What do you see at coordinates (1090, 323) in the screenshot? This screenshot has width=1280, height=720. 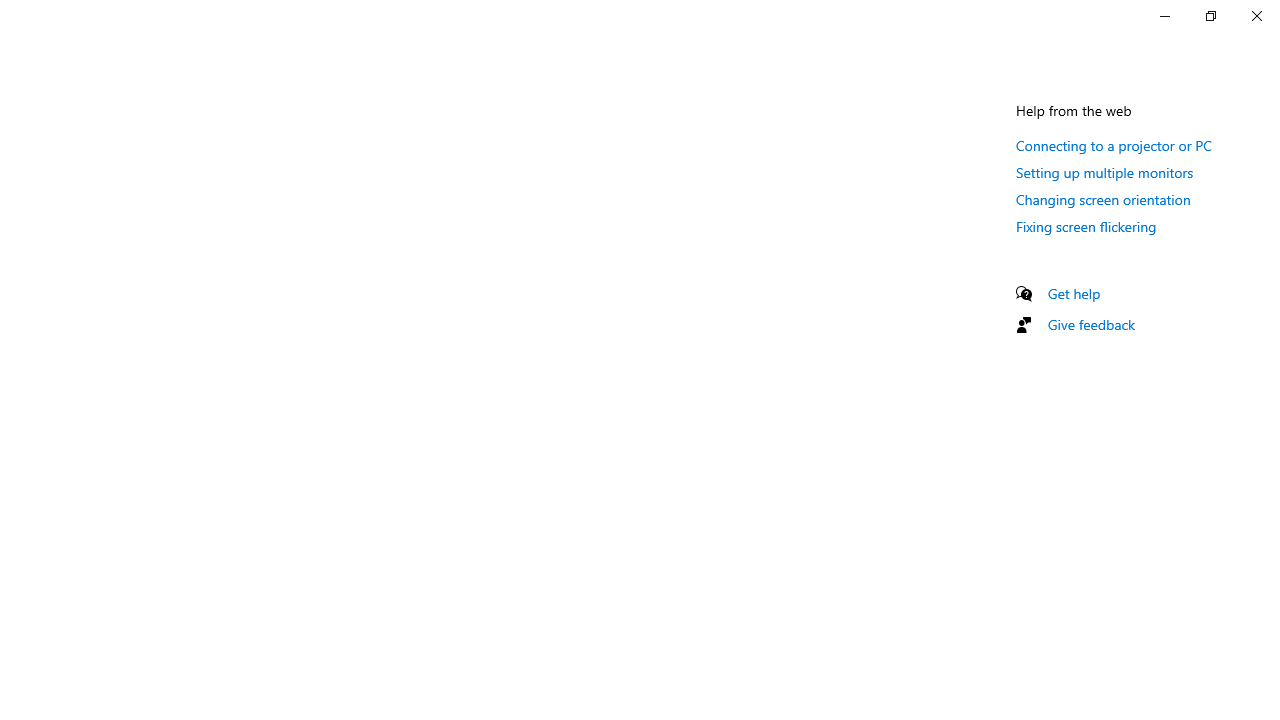 I see `'Give feedback'` at bounding box center [1090, 323].